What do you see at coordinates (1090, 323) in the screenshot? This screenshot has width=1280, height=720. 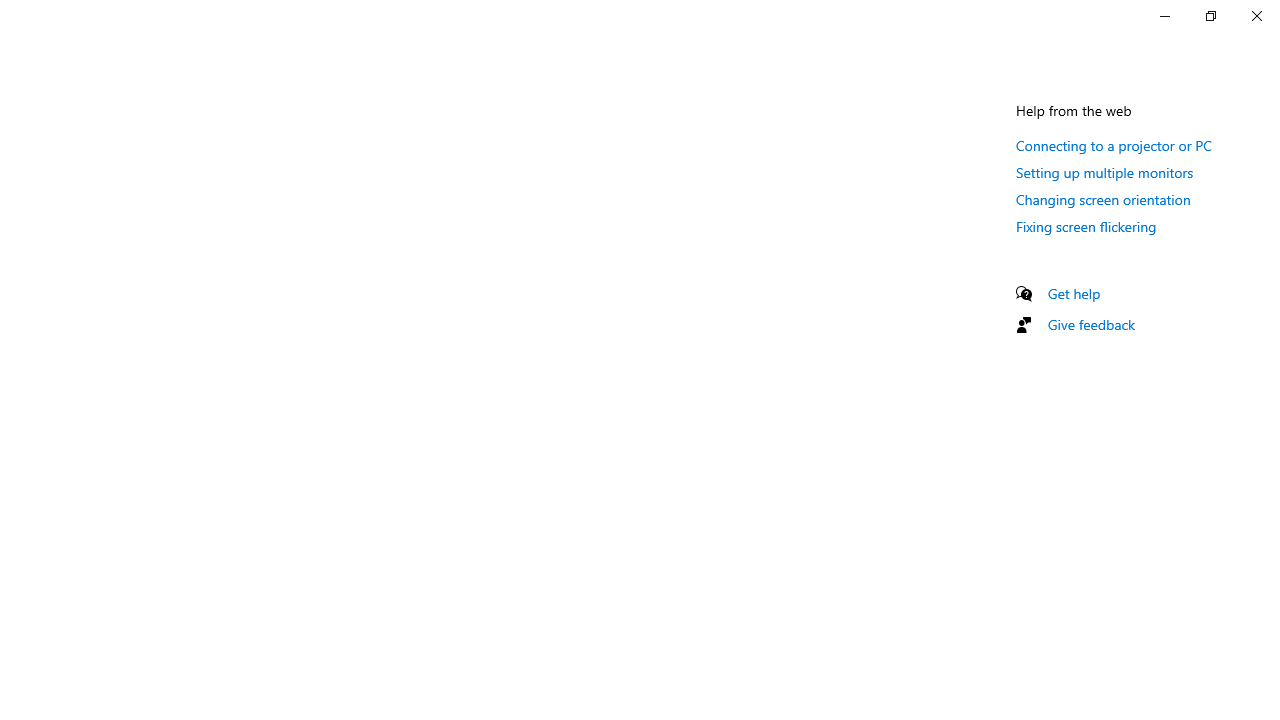 I see `'Give feedback'` at bounding box center [1090, 323].